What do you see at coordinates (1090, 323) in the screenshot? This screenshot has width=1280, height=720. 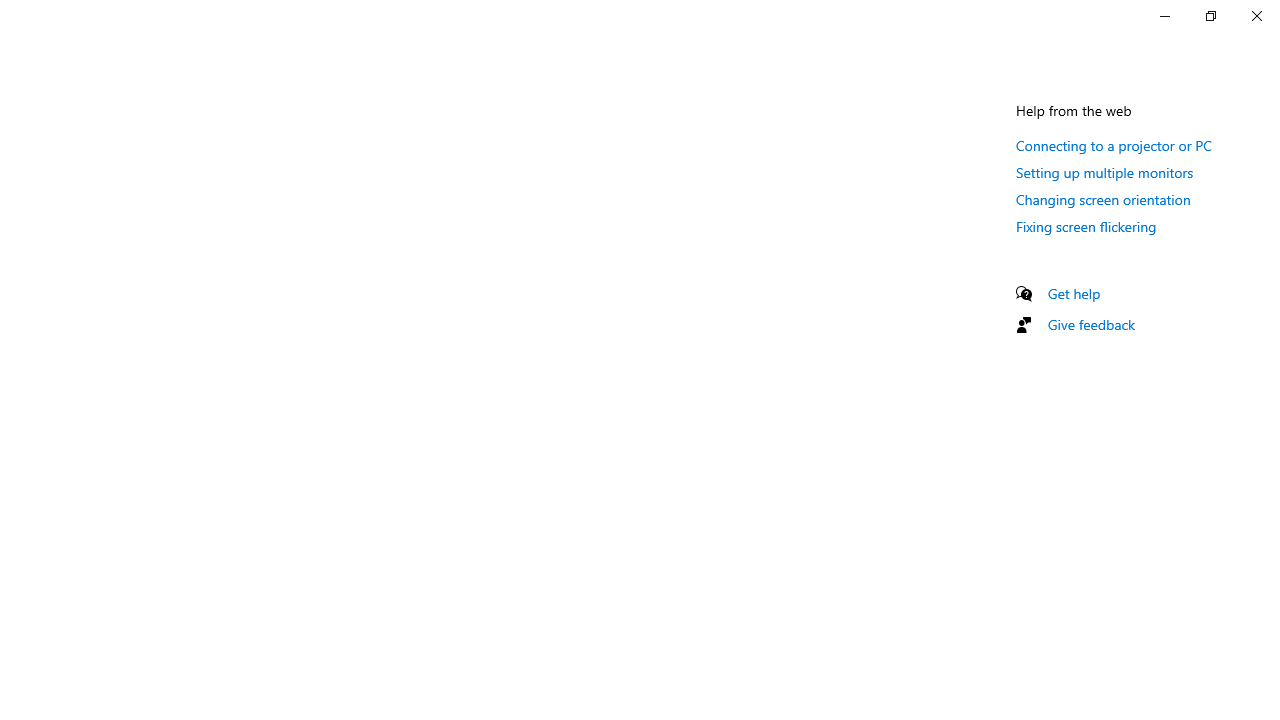 I see `'Give feedback'` at bounding box center [1090, 323].